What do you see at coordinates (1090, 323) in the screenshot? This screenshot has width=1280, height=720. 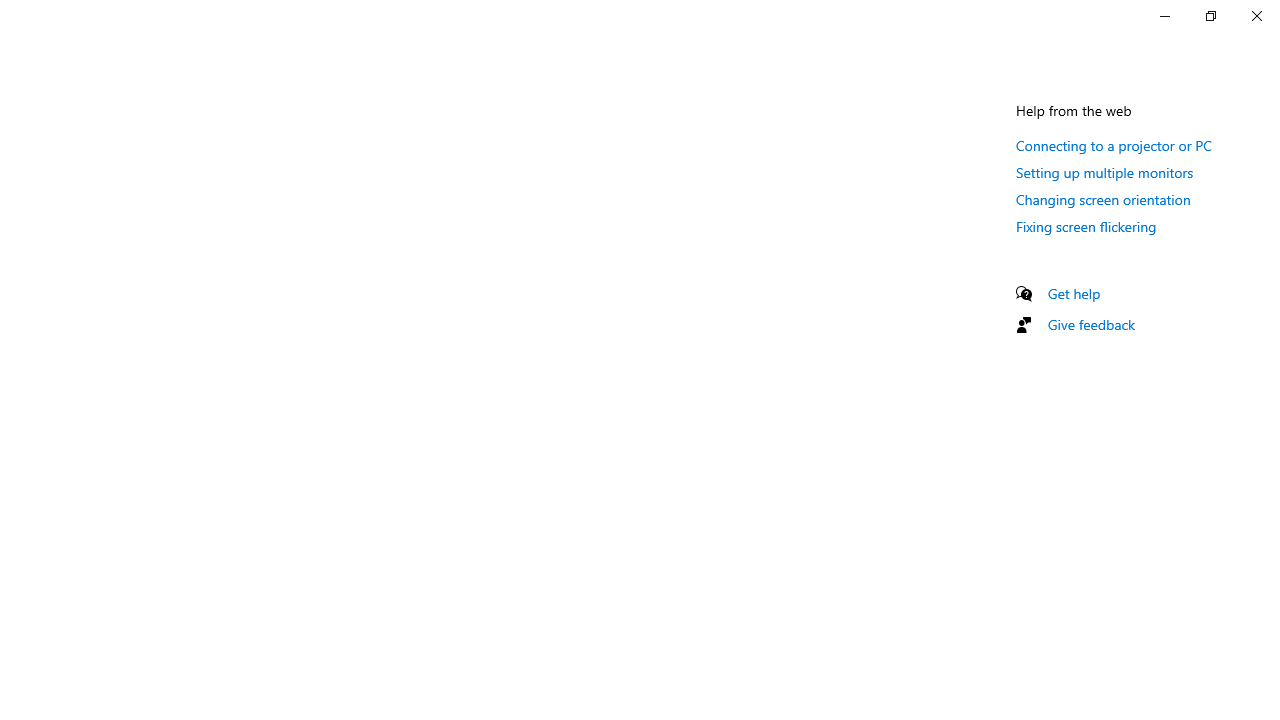 I see `'Give feedback'` at bounding box center [1090, 323].